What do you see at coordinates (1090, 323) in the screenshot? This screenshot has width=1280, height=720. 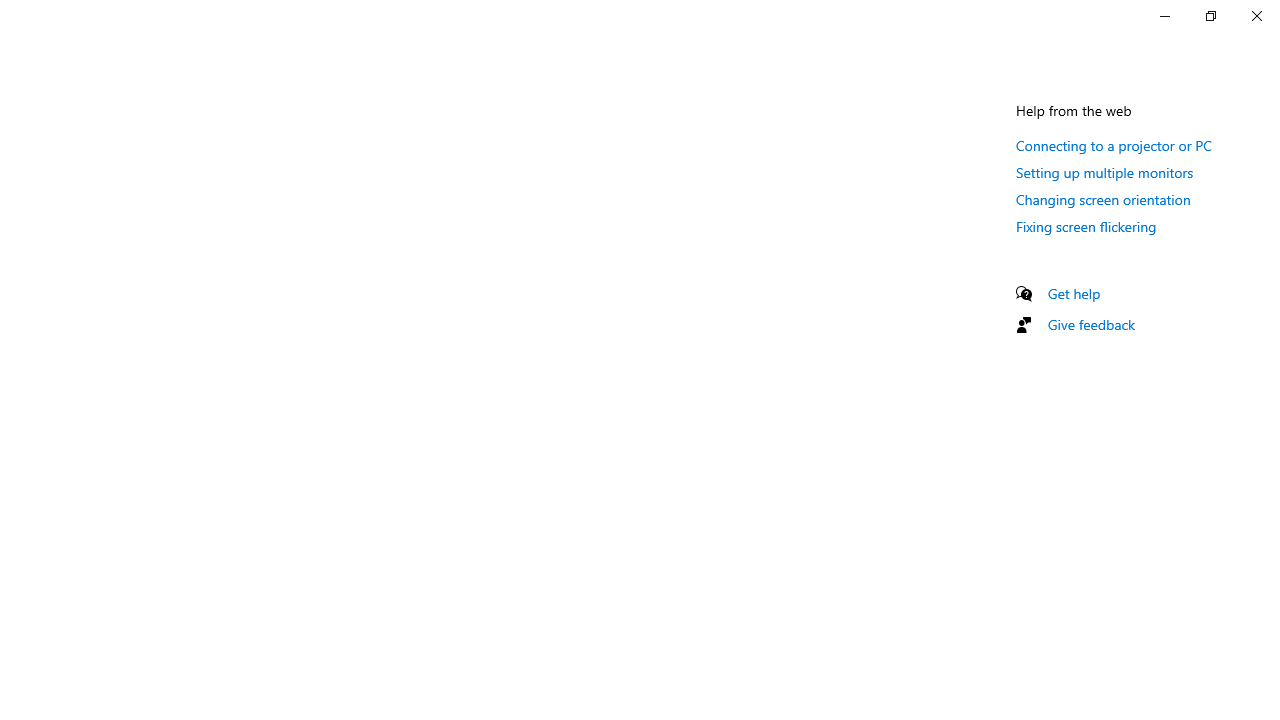 I see `'Give feedback'` at bounding box center [1090, 323].